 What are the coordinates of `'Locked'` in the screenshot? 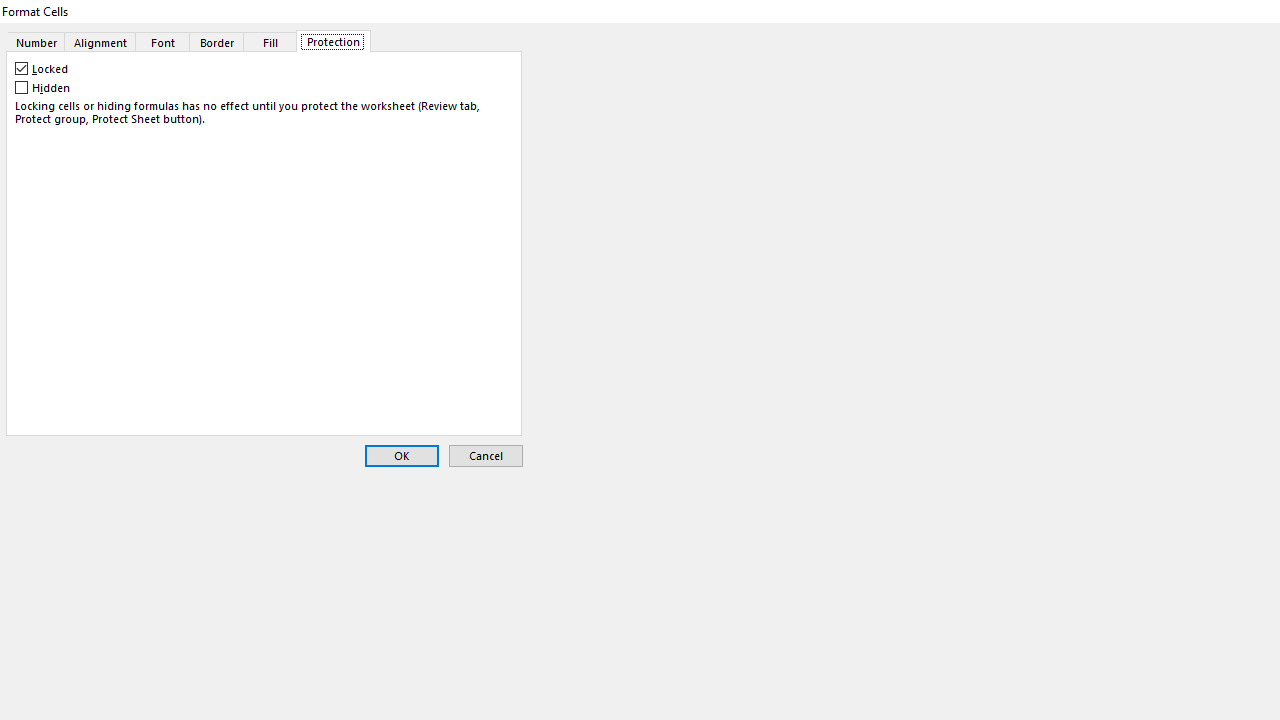 It's located at (42, 68).